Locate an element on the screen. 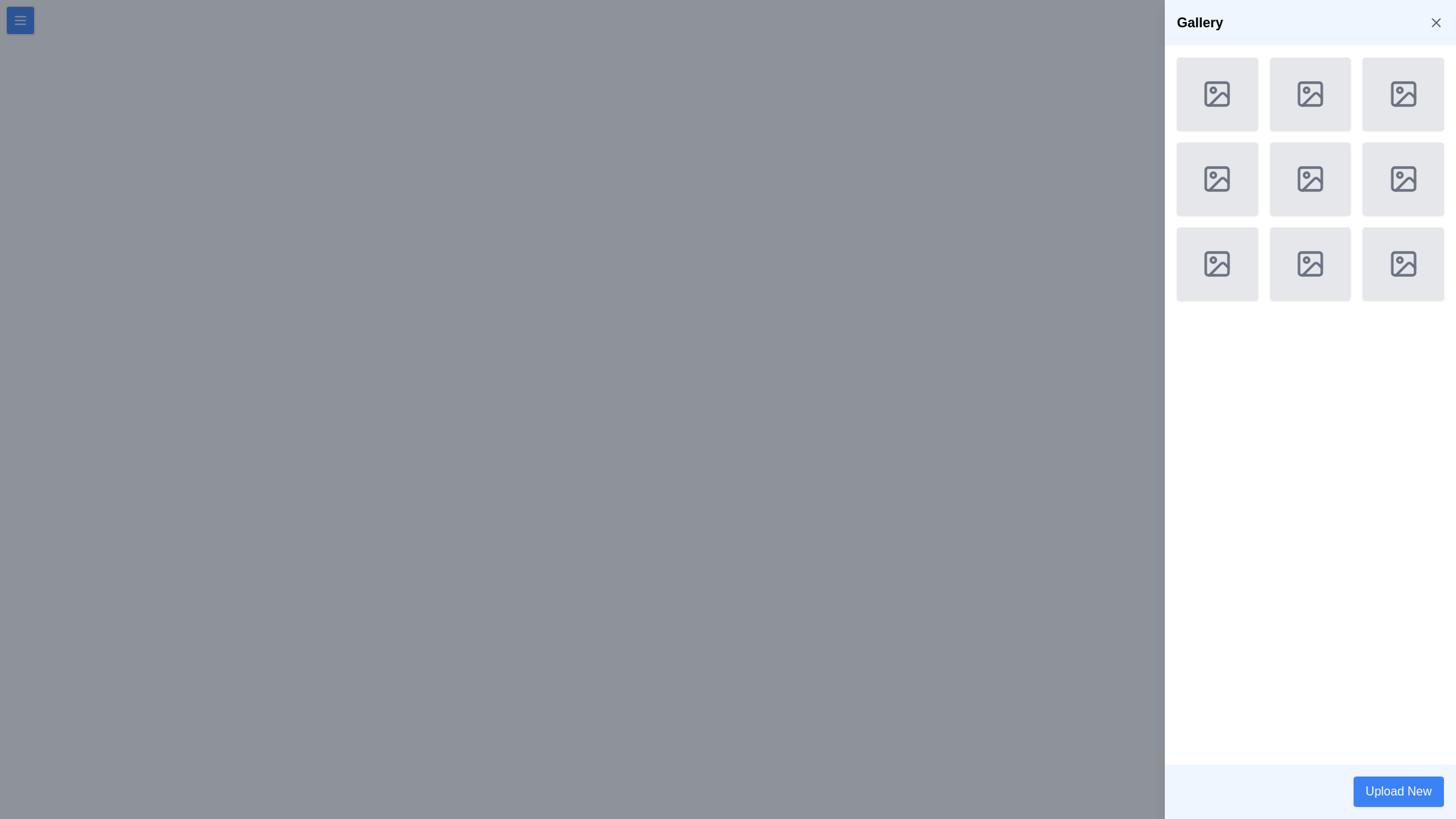  the 'Gallery' text label, which serves as a title indicating the purpose of the current section or page, located in the header bar section towards the left is located at coordinates (1199, 23).